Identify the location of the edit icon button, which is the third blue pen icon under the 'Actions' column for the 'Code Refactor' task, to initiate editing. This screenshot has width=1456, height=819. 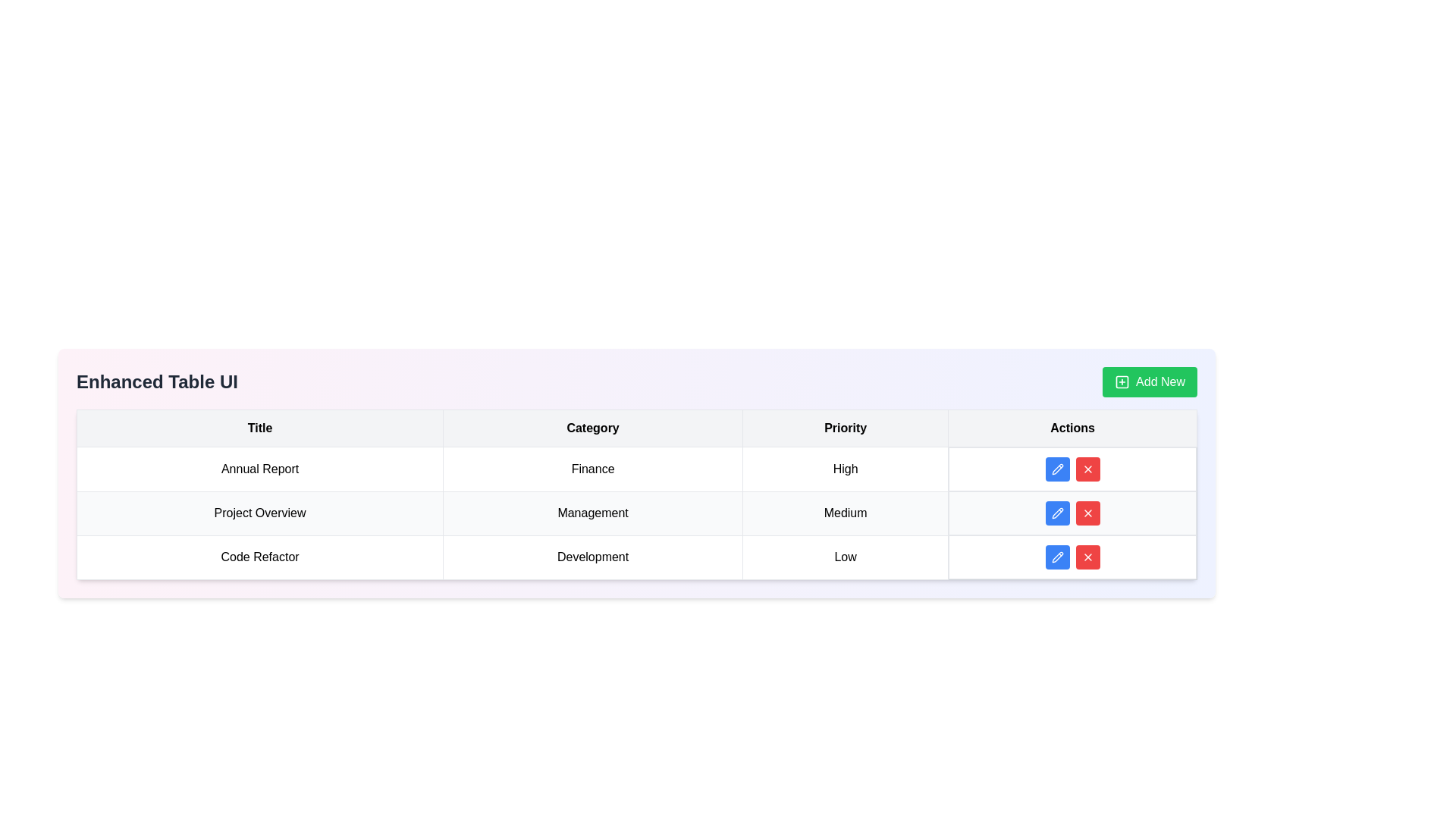
(1056, 557).